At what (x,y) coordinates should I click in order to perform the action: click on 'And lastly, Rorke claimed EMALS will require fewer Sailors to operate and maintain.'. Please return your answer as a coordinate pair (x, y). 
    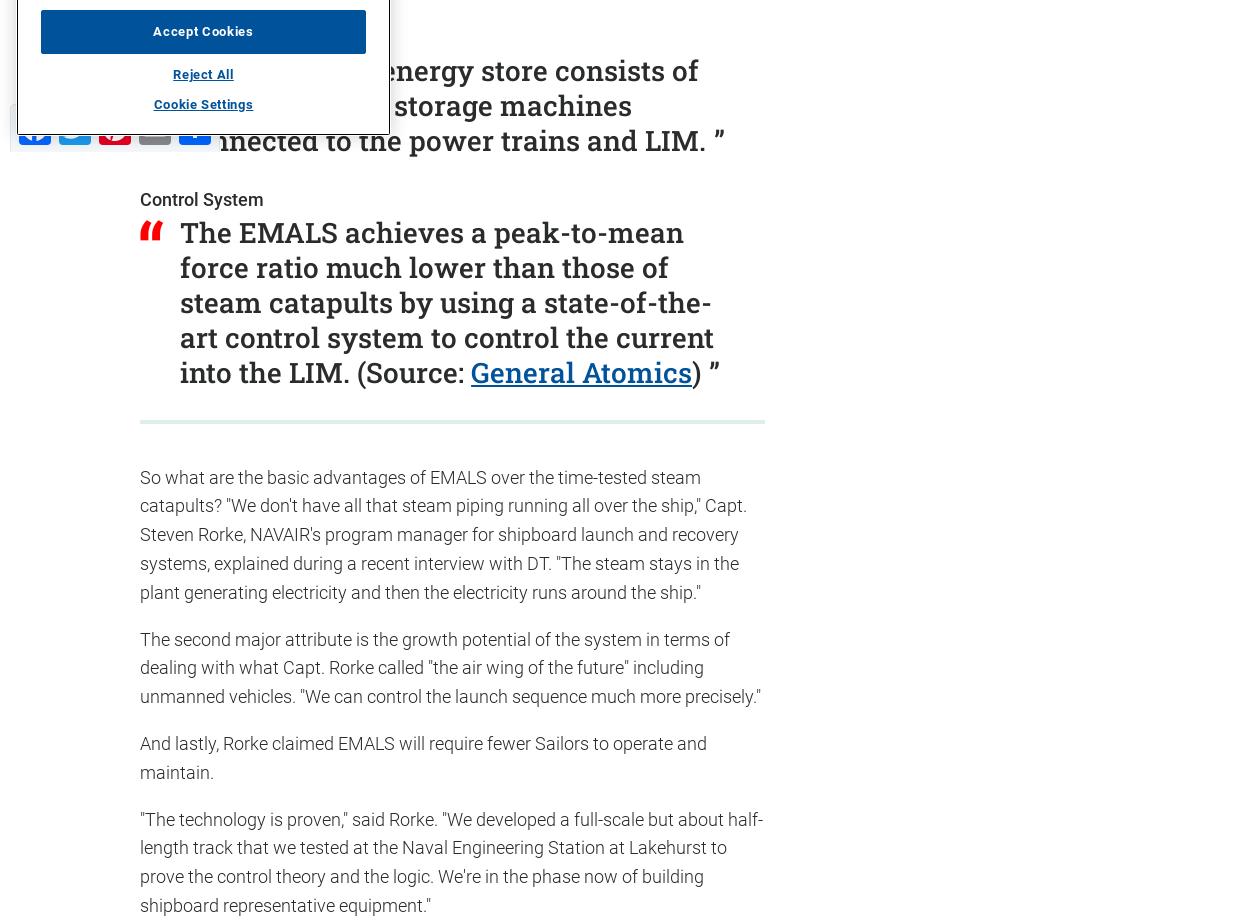
    Looking at the image, I should click on (423, 757).